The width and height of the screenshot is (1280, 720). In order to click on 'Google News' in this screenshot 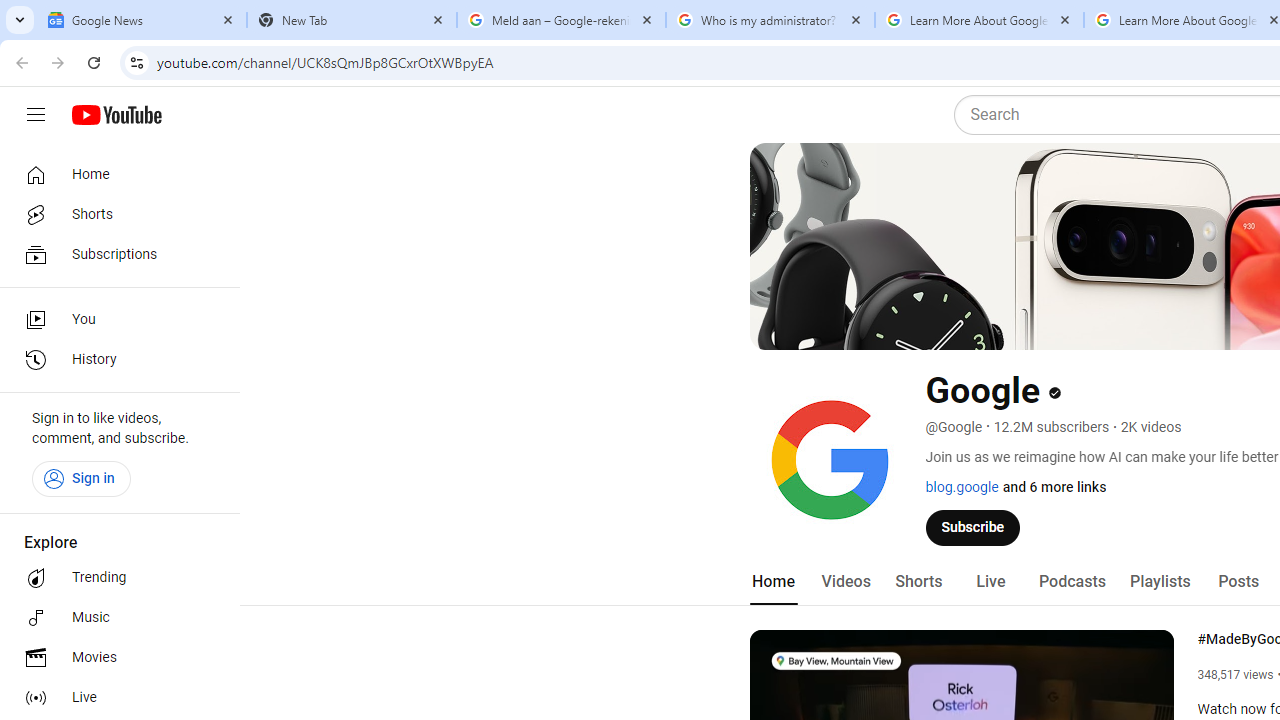, I will do `click(141, 20)`.